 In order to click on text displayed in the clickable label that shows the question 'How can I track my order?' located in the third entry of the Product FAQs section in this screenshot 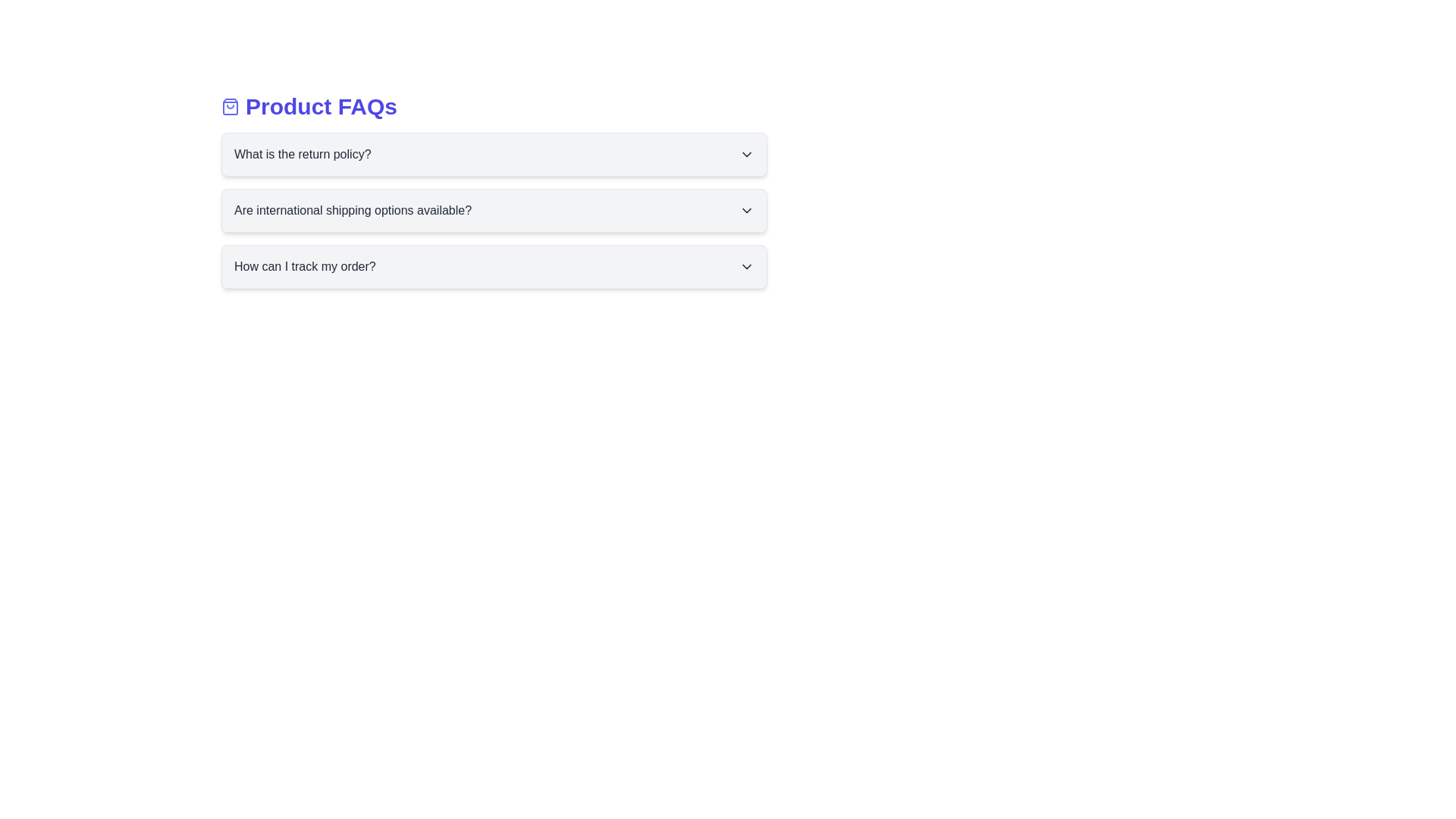, I will do `click(304, 265)`.